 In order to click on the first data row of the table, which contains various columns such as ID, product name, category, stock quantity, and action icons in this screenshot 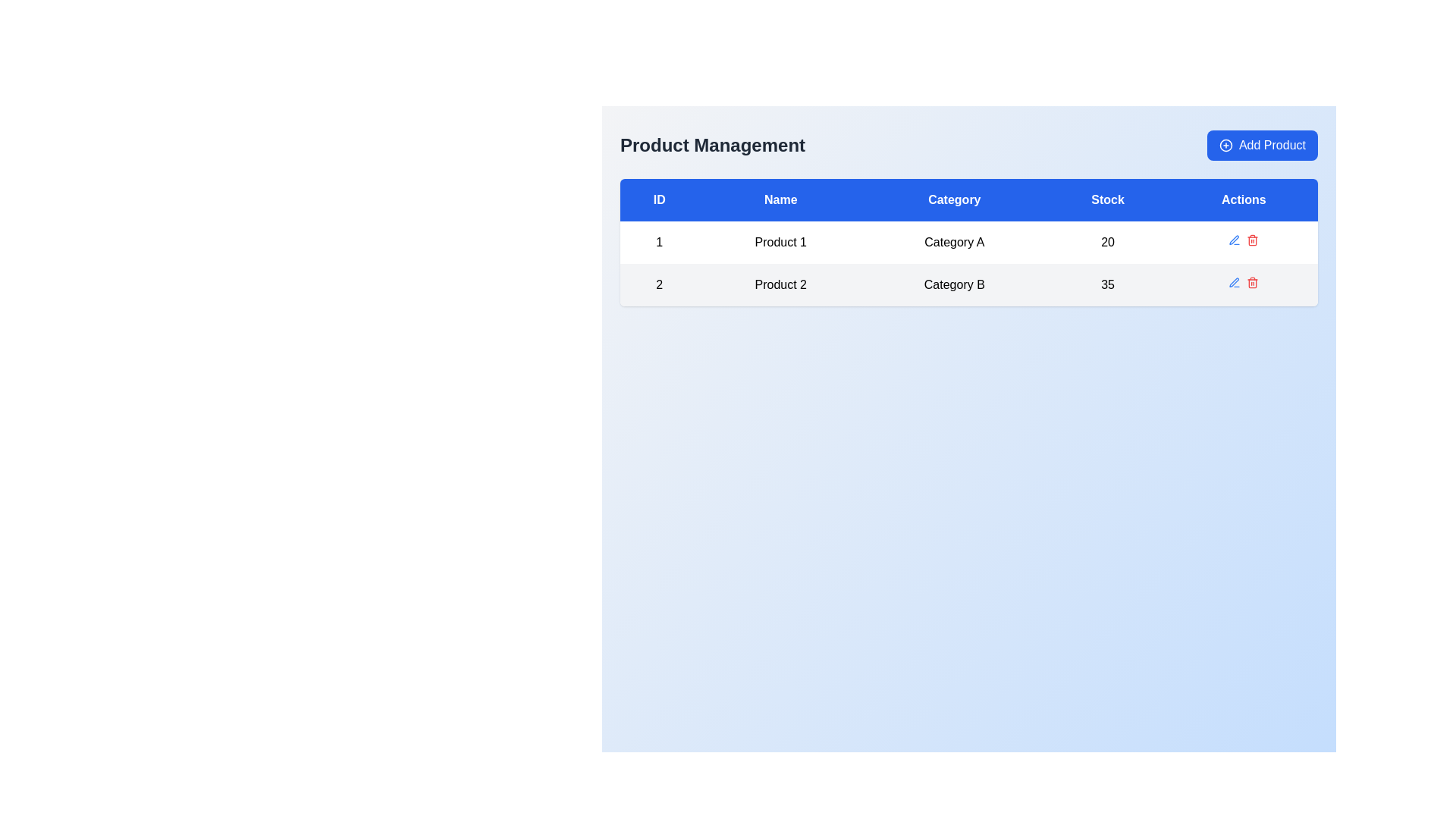, I will do `click(968, 242)`.